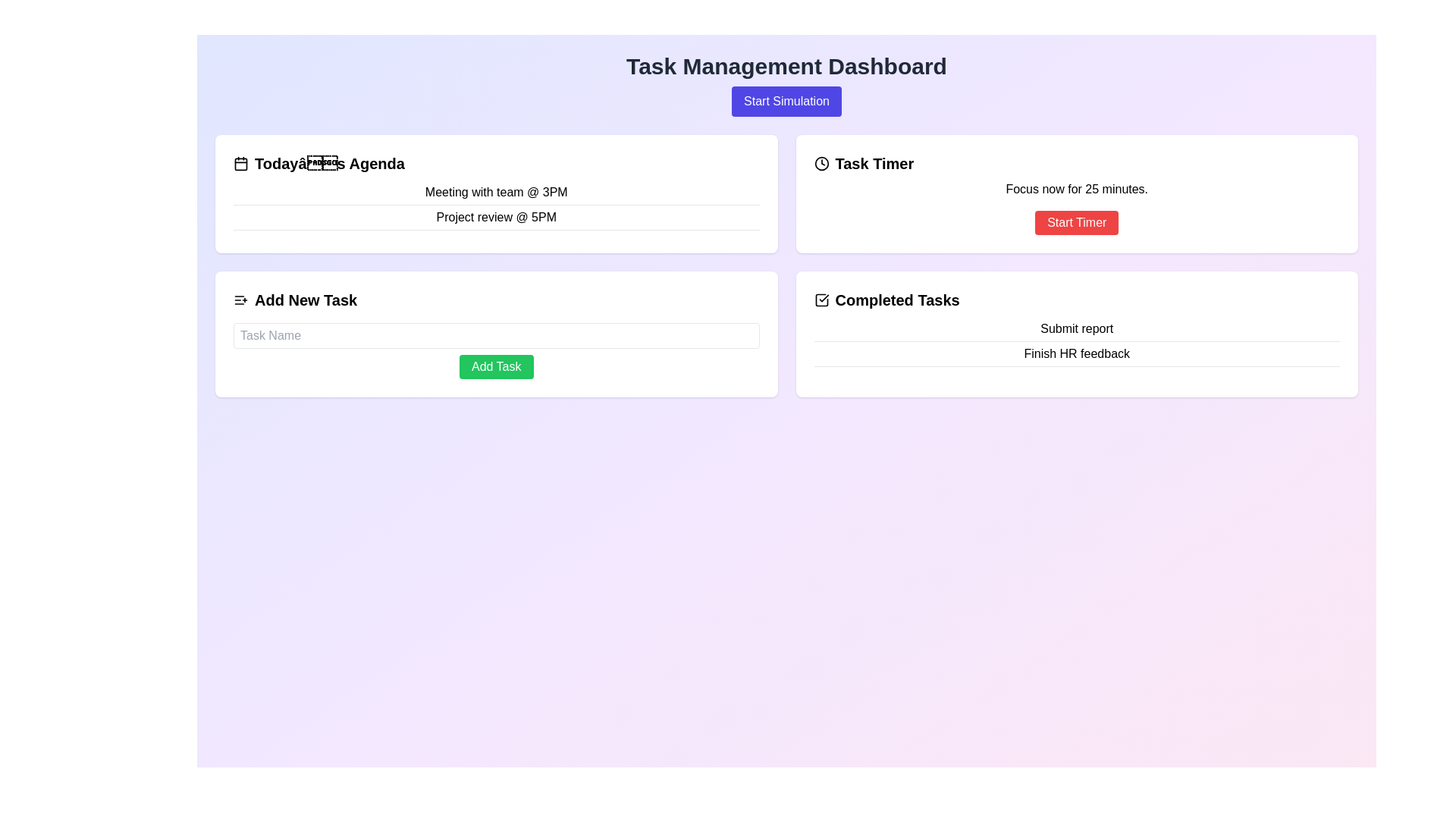 The height and width of the screenshot is (819, 1456). I want to click on the bold, large-sized static text component displaying 'Task Management Dashboard' located at the top of the interface, so click(786, 66).